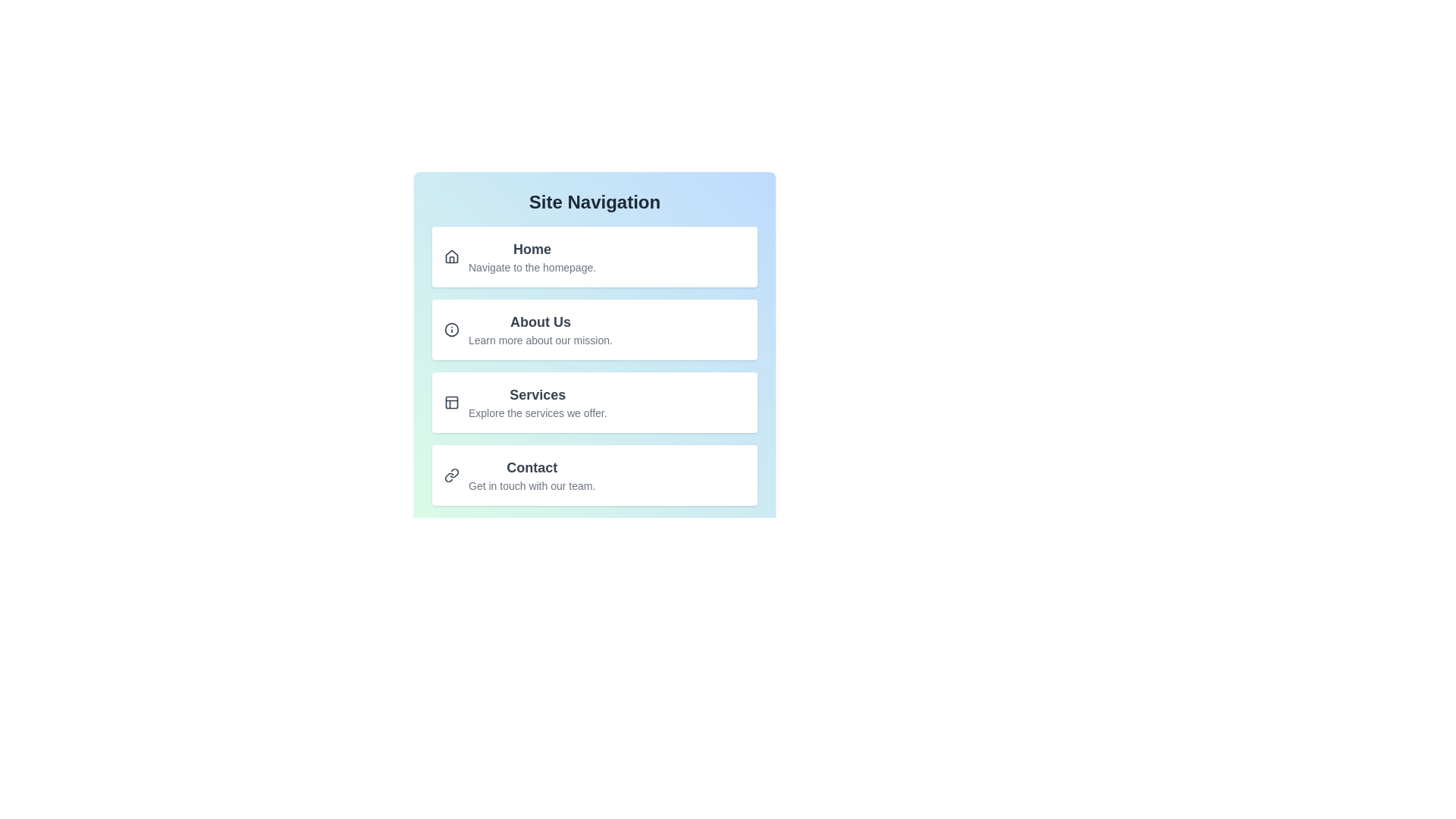  Describe the element at coordinates (532, 267) in the screenshot. I see `the text label reading 'Navigate to the homepage.' located in the 'Home' section of the navigation panel` at that location.